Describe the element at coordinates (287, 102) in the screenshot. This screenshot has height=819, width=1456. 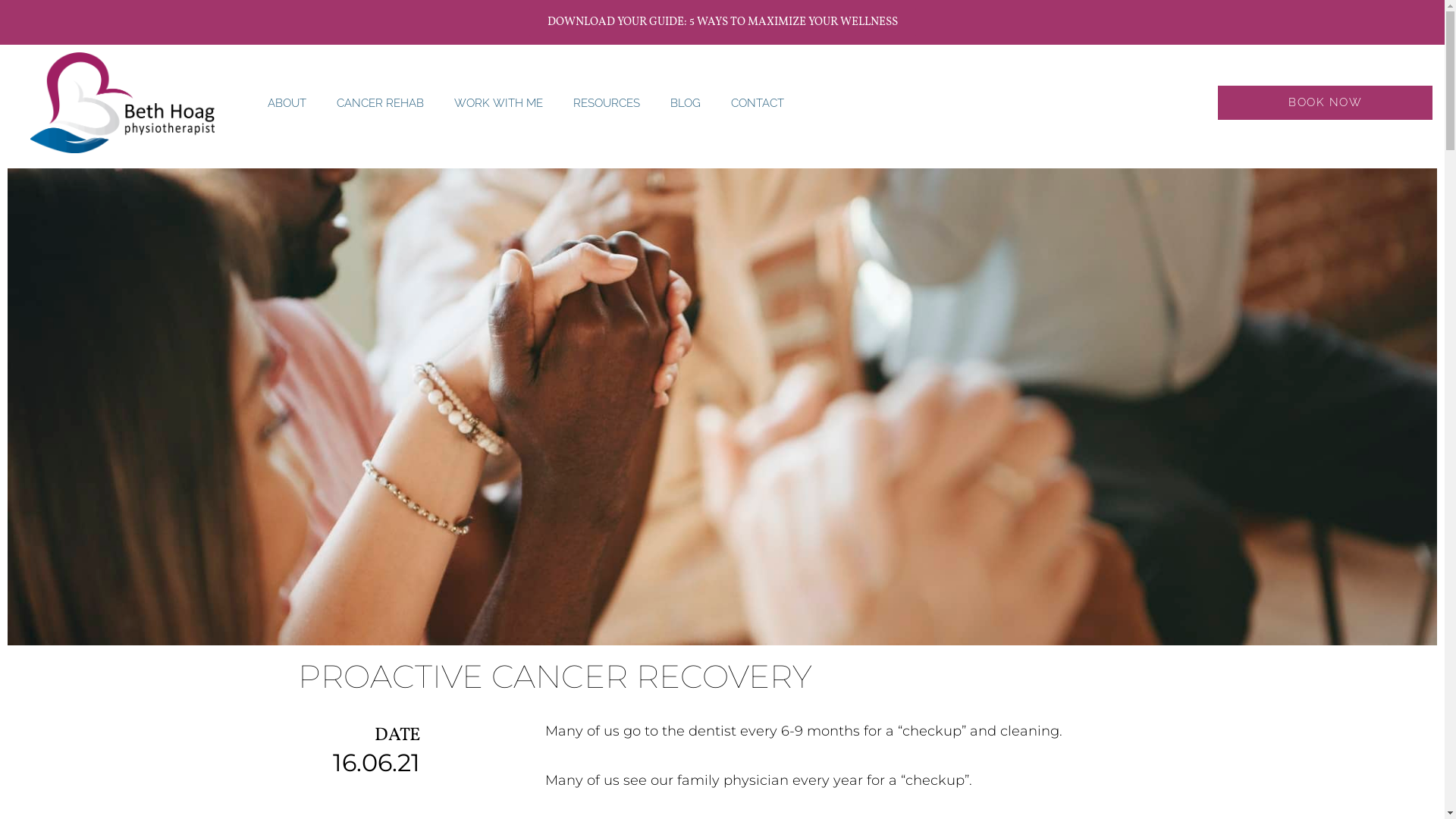
I see `'ABOUT'` at that location.